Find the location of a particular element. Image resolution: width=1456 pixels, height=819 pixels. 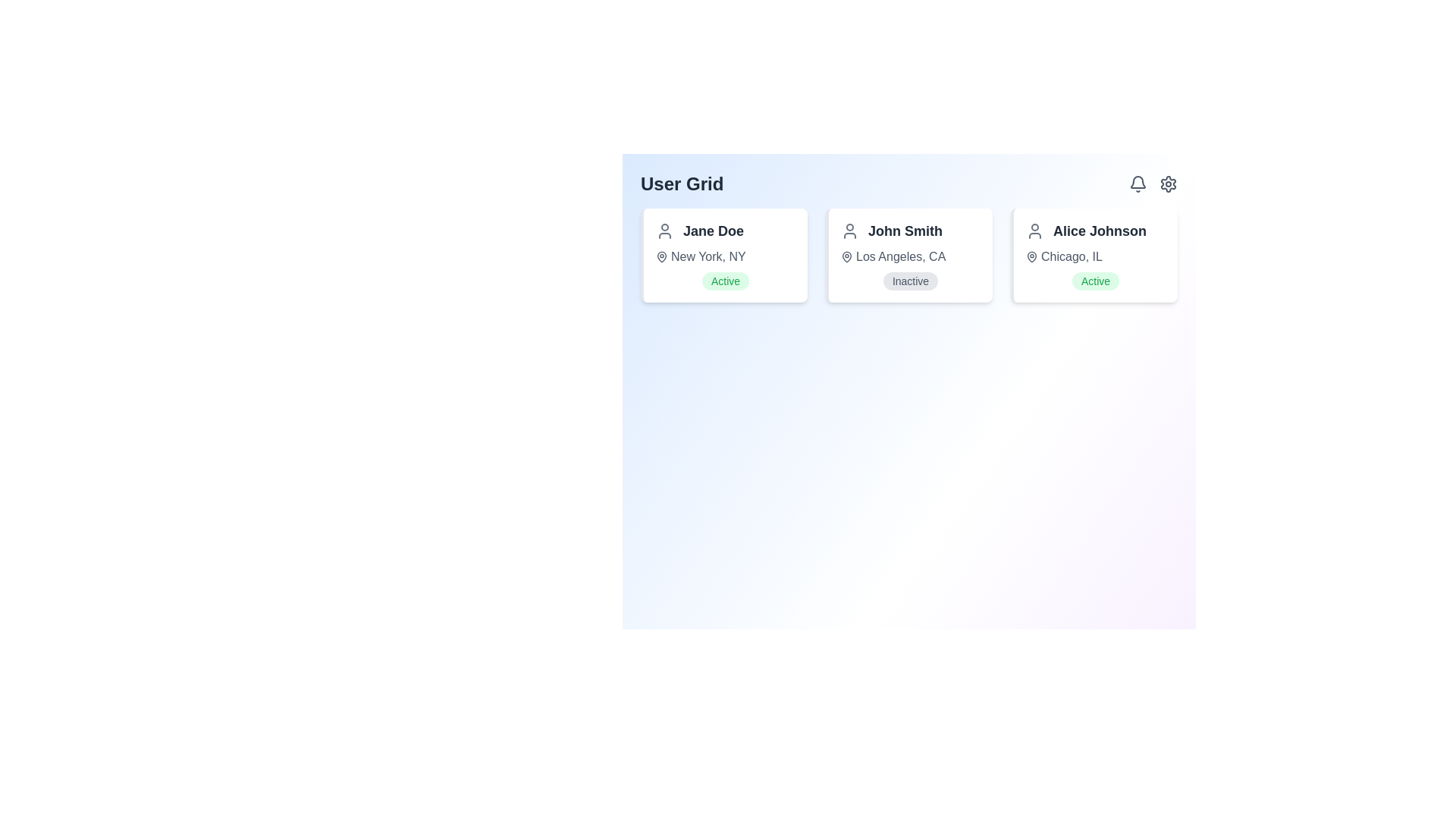

the profile icon located to the left of the text 'Alice Johnson' in the third user card is located at coordinates (1034, 231).